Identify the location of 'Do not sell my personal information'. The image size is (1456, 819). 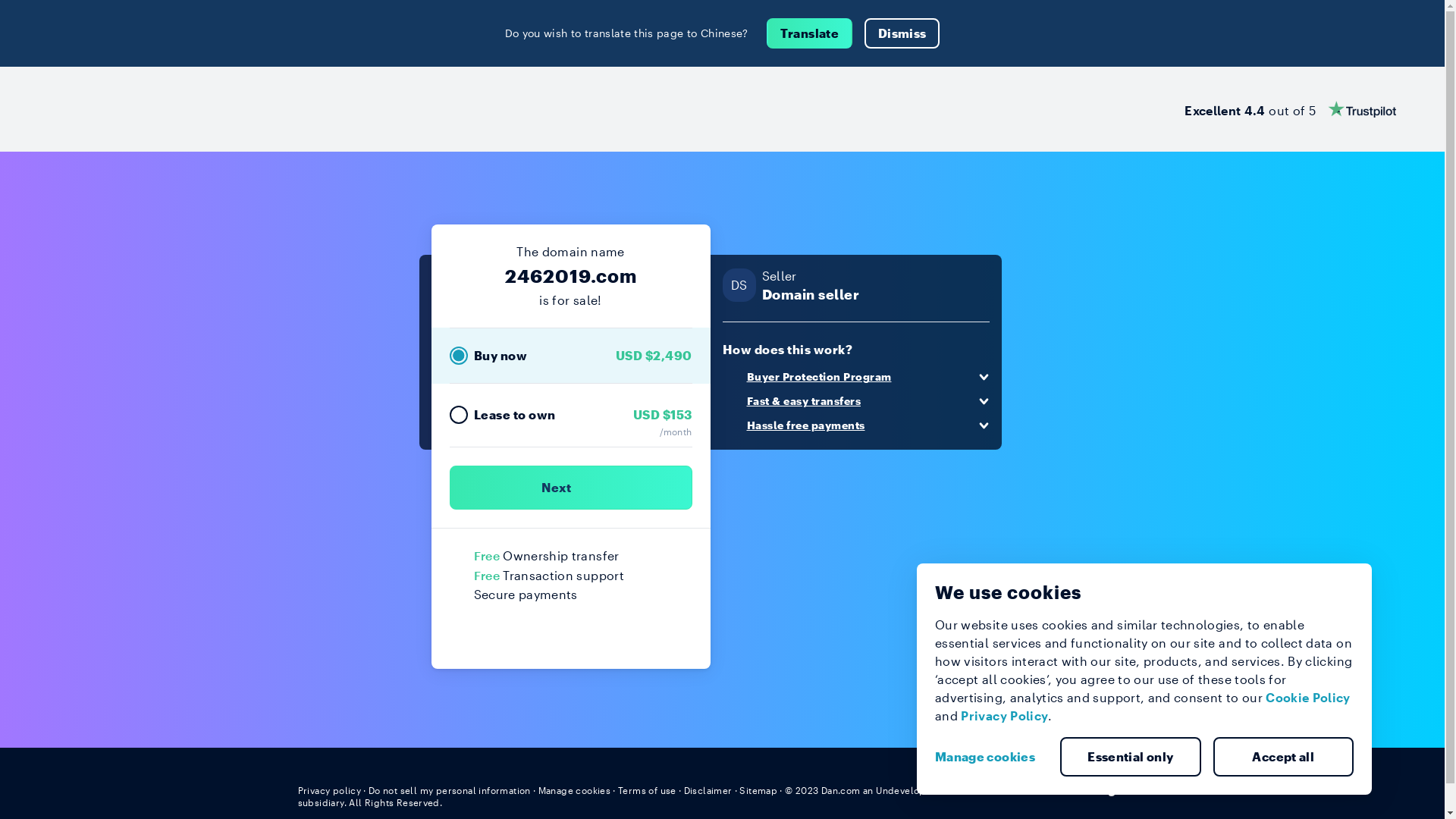
(368, 789).